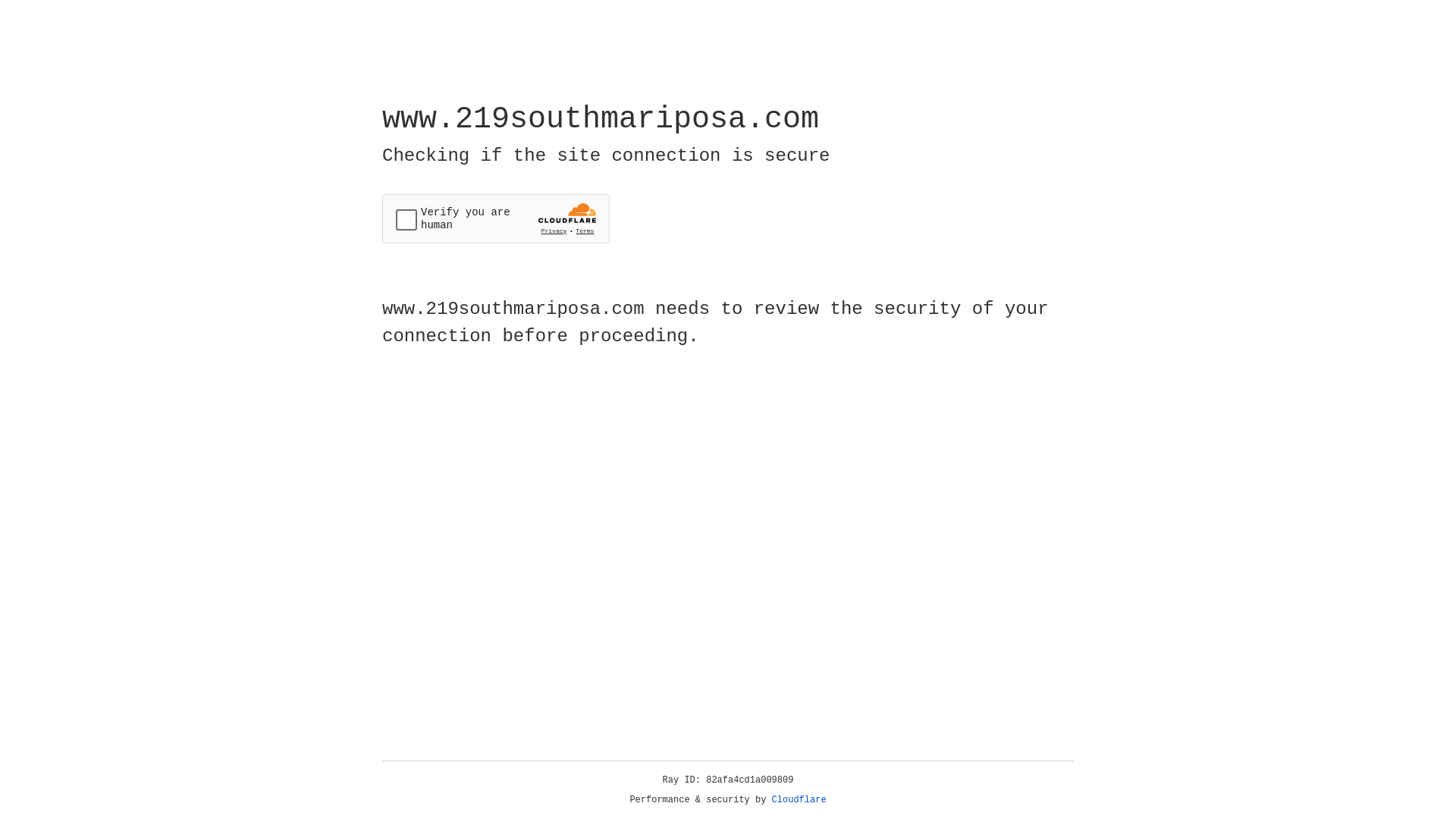 The width and height of the screenshot is (1456, 819). What do you see at coordinates (799, 799) in the screenshot?
I see `'Cloudflare'` at bounding box center [799, 799].